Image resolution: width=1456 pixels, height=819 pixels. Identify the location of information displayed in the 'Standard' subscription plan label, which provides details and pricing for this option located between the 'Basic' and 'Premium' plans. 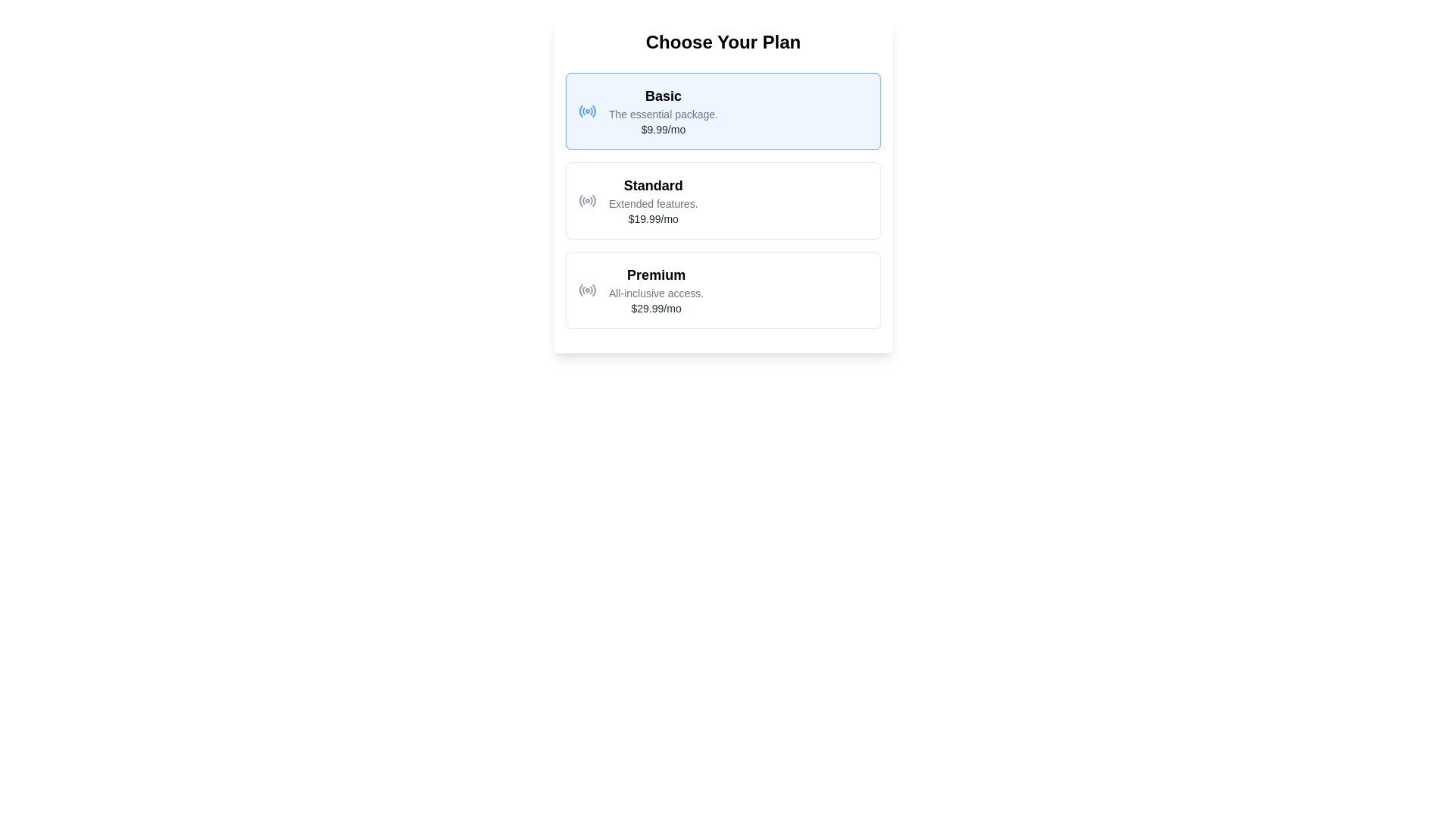
(653, 200).